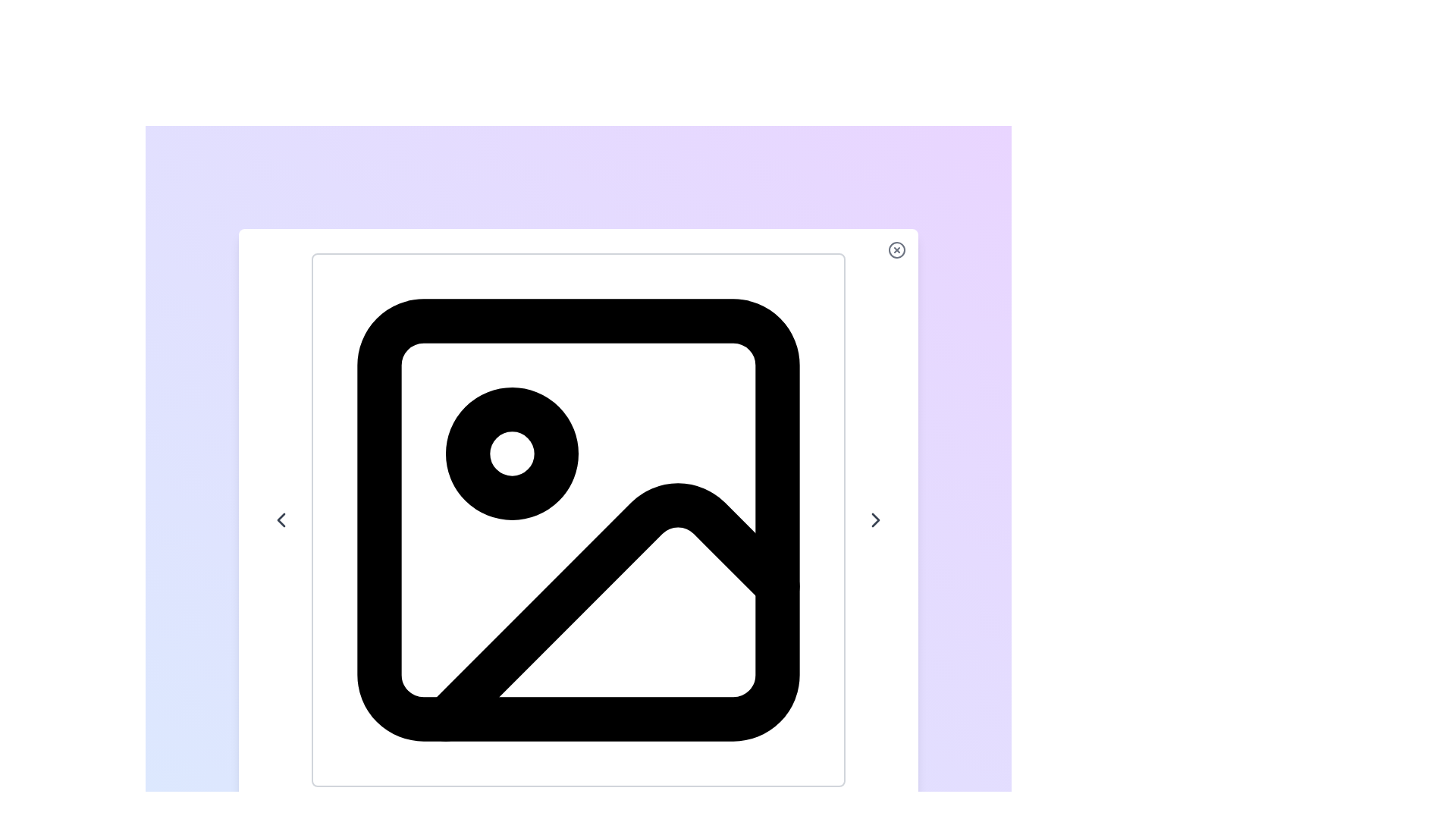 Image resolution: width=1456 pixels, height=819 pixels. What do you see at coordinates (896, 249) in the screenshot?
I see `the SVG circle element located in the top-right corner of the interface, which is part of an interactive graphical component` at bounding box center [896, 249].